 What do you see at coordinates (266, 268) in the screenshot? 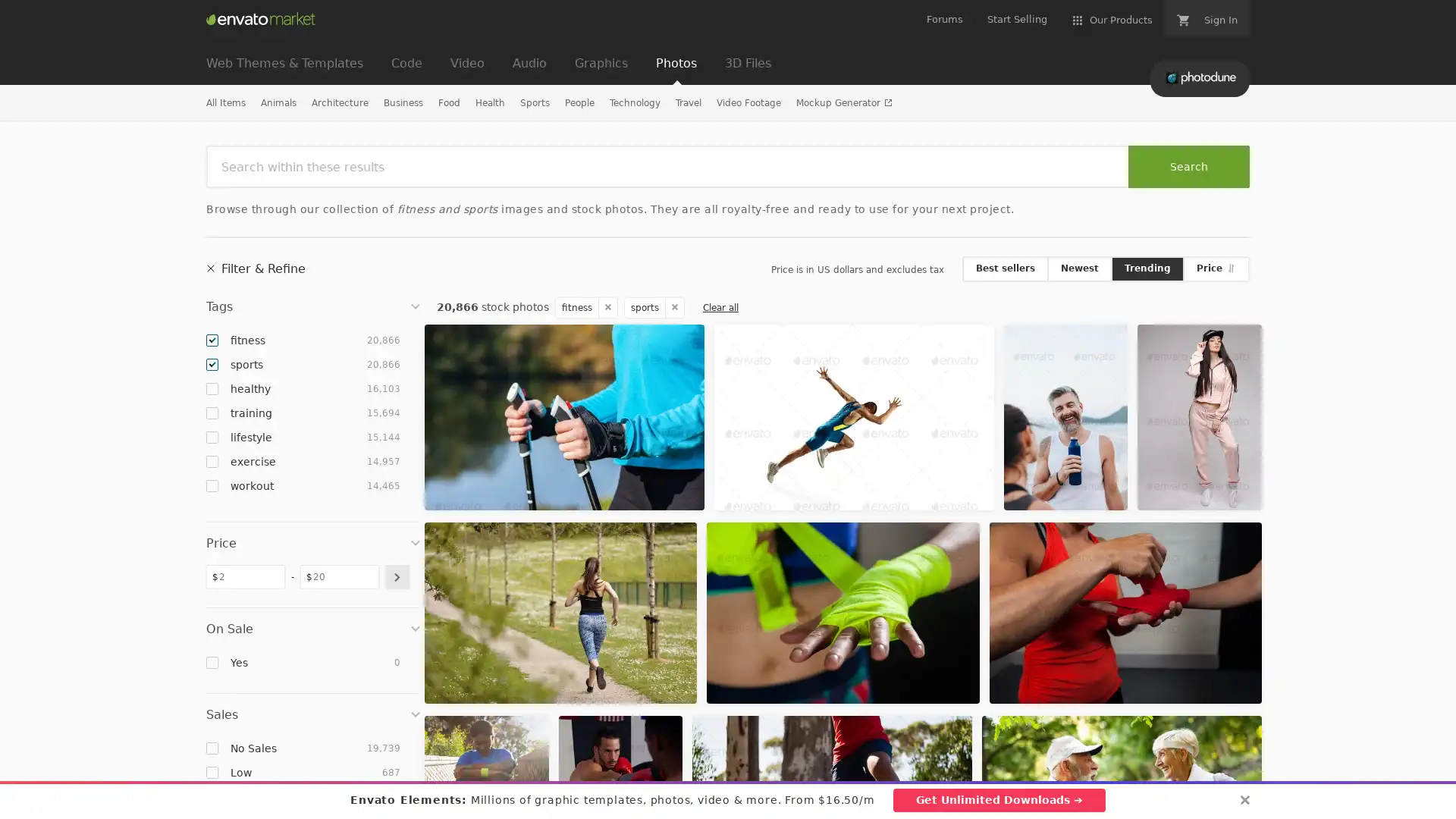
I see `Filter & Refine` at bounding box center [266, 268].